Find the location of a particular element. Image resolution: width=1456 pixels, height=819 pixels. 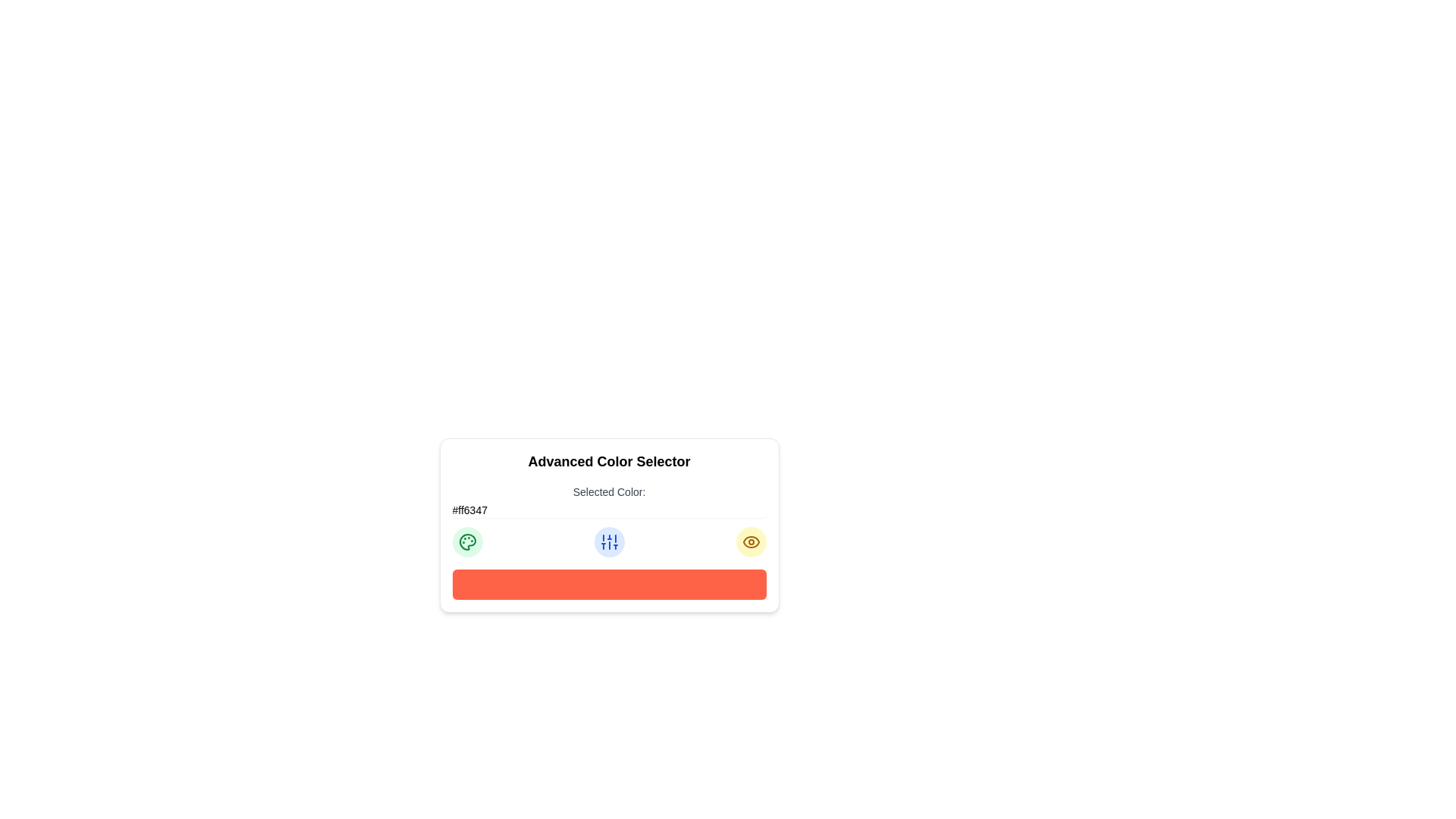

the text label displaying 'Selected Color:' which is aligned to the left and located above the input field for color value '#ff6347' is located at coordinates (609, 500).